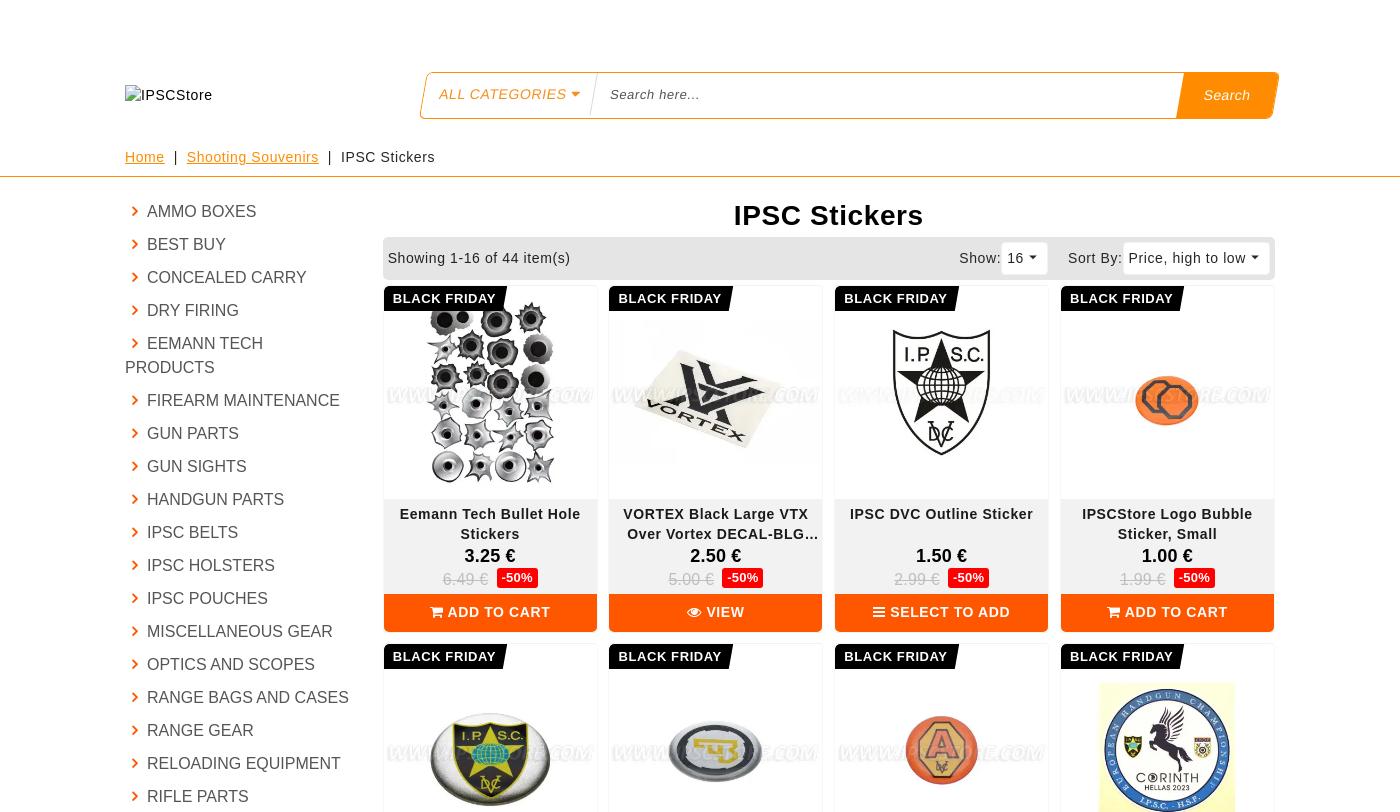 Image resolution: width=1400 pixels, height=812 pixels. Describe the element at coordinates (333, 22) in the screenshot. I see `'SPECIAL PRICE'` at that location.